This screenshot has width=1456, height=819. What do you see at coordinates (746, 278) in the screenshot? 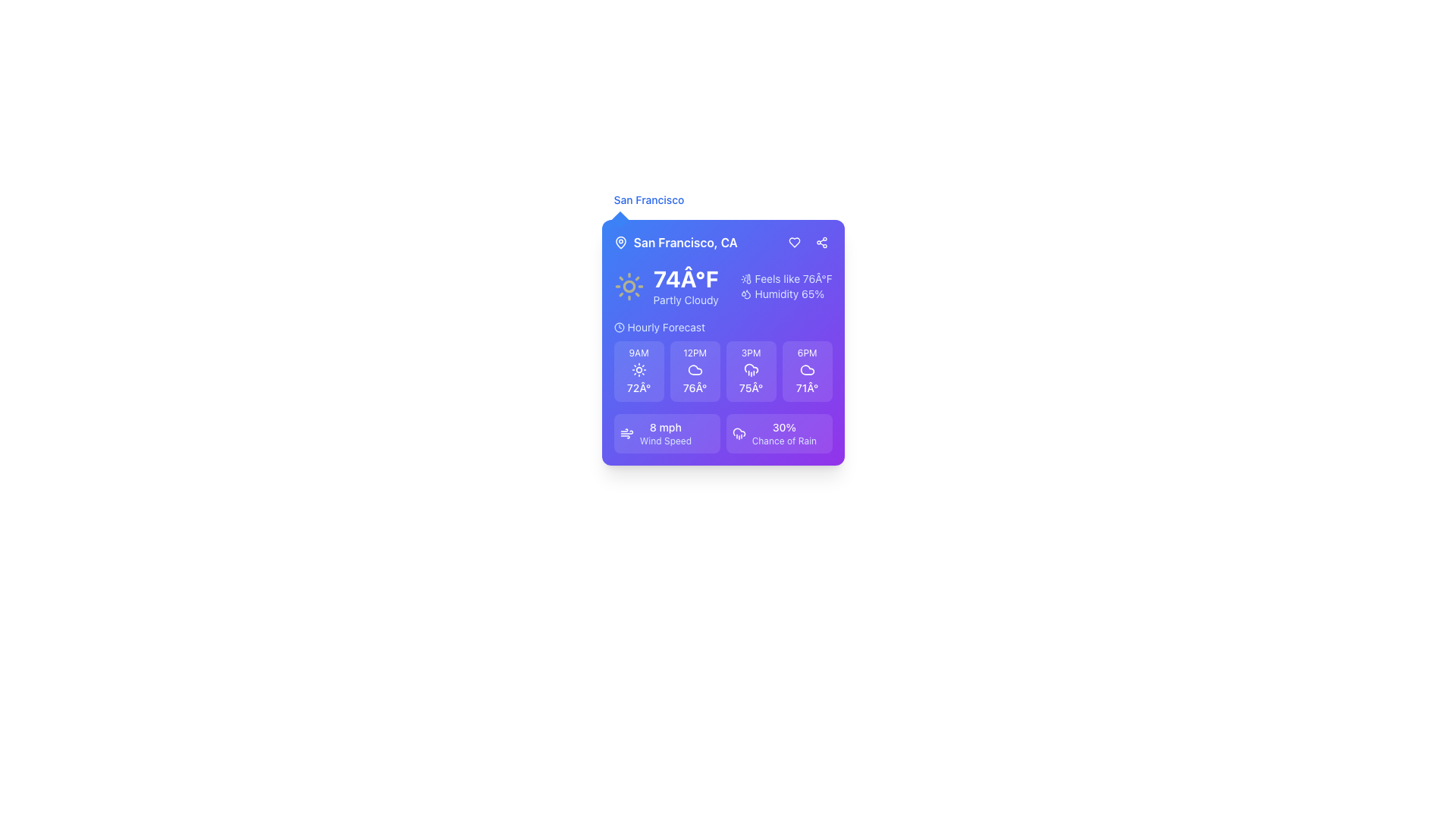
I see `the temperature icon located to the left of the text 'Feels like 76°F' in the upper-right quadrant of the weather card widget` at bounding box center [746, 278].